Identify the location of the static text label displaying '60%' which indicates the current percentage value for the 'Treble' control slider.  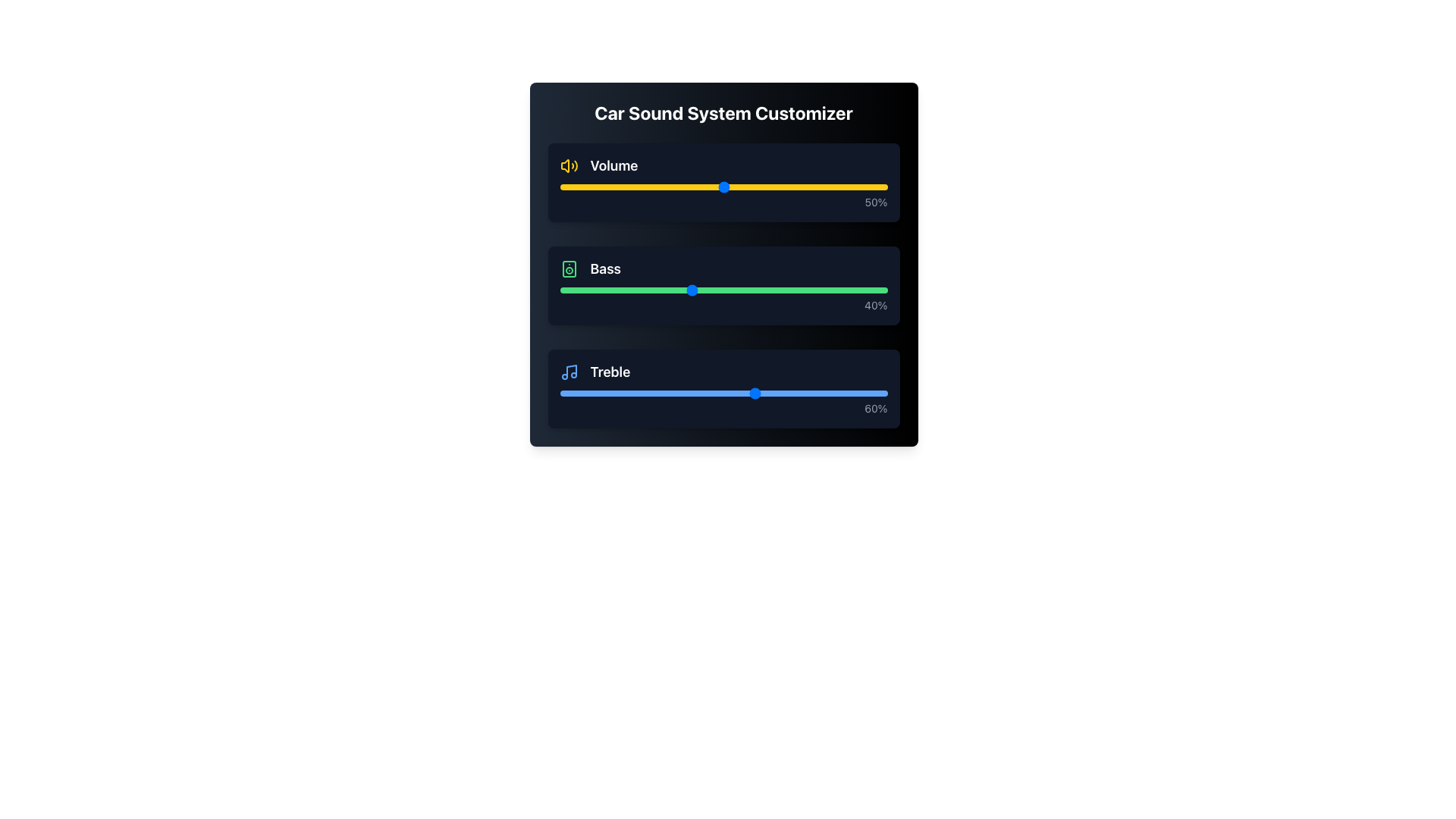
(723, 408).